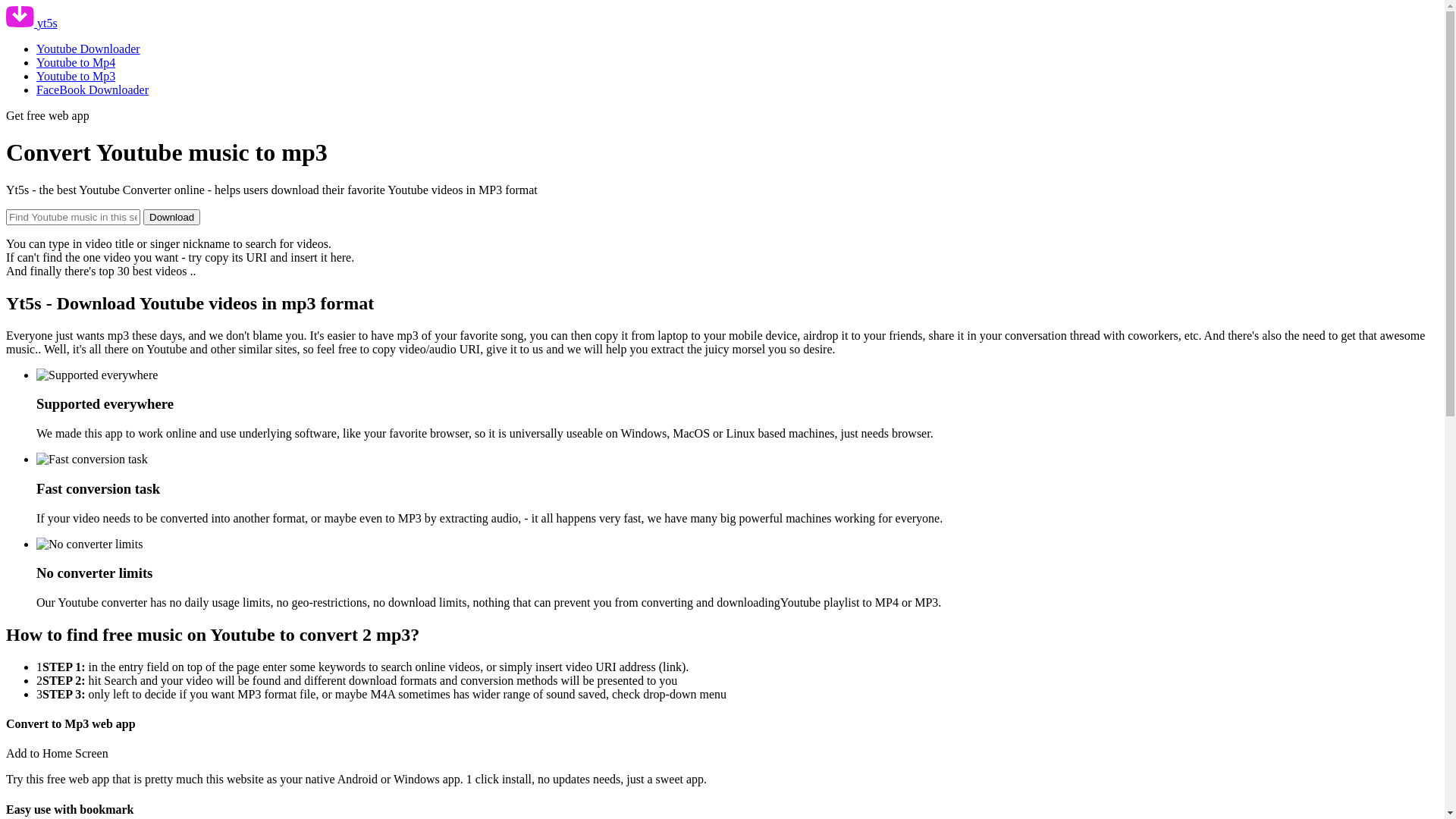 The width and height of the screenshot is (1456, 819). What do you see at coordinates (75, 61) in the screenshot?
I see `'Youtube to Mp4'` at bounding box center [75, 61].